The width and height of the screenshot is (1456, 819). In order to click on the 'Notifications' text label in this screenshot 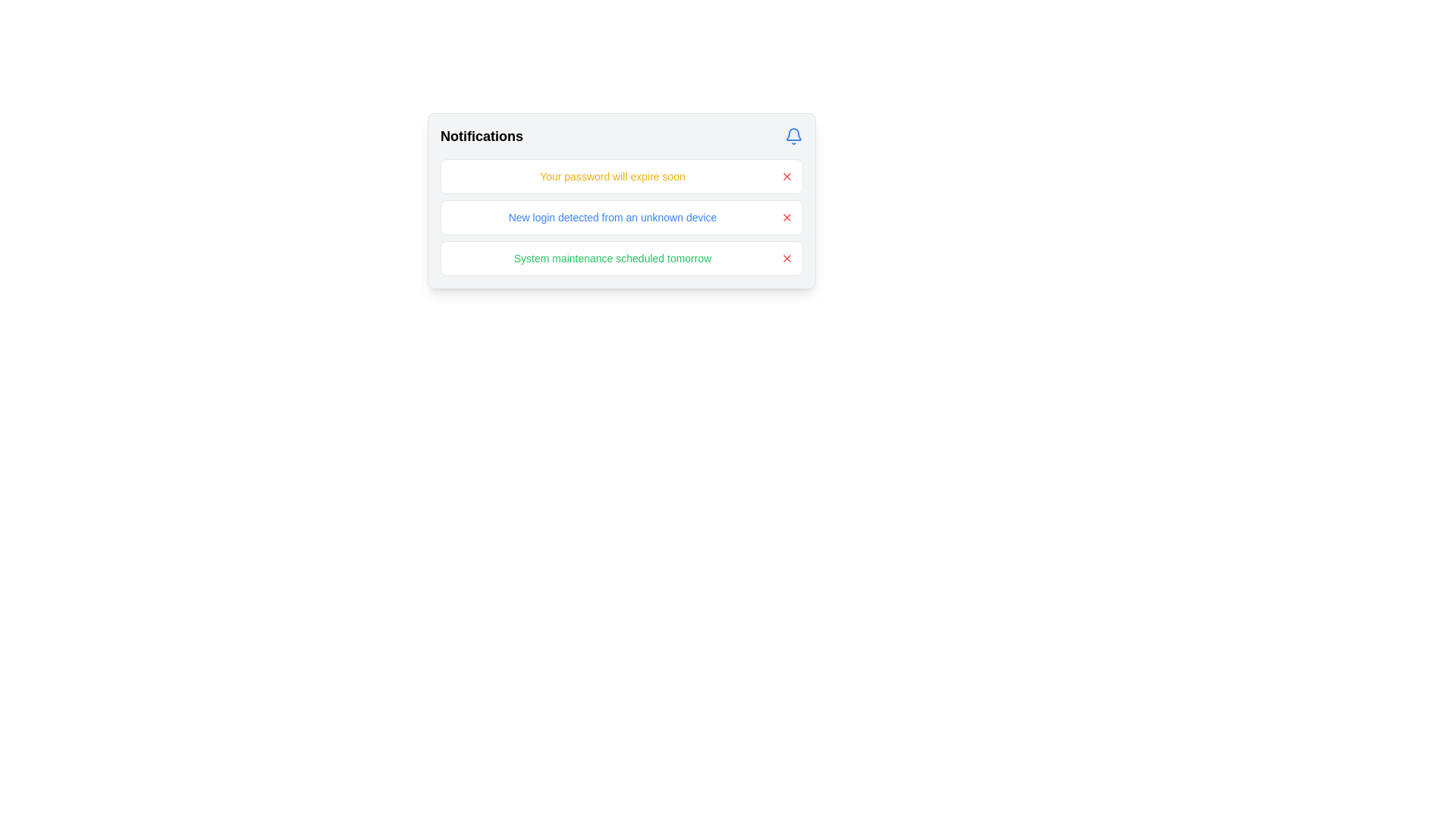, I will do `click(481, 136)`.